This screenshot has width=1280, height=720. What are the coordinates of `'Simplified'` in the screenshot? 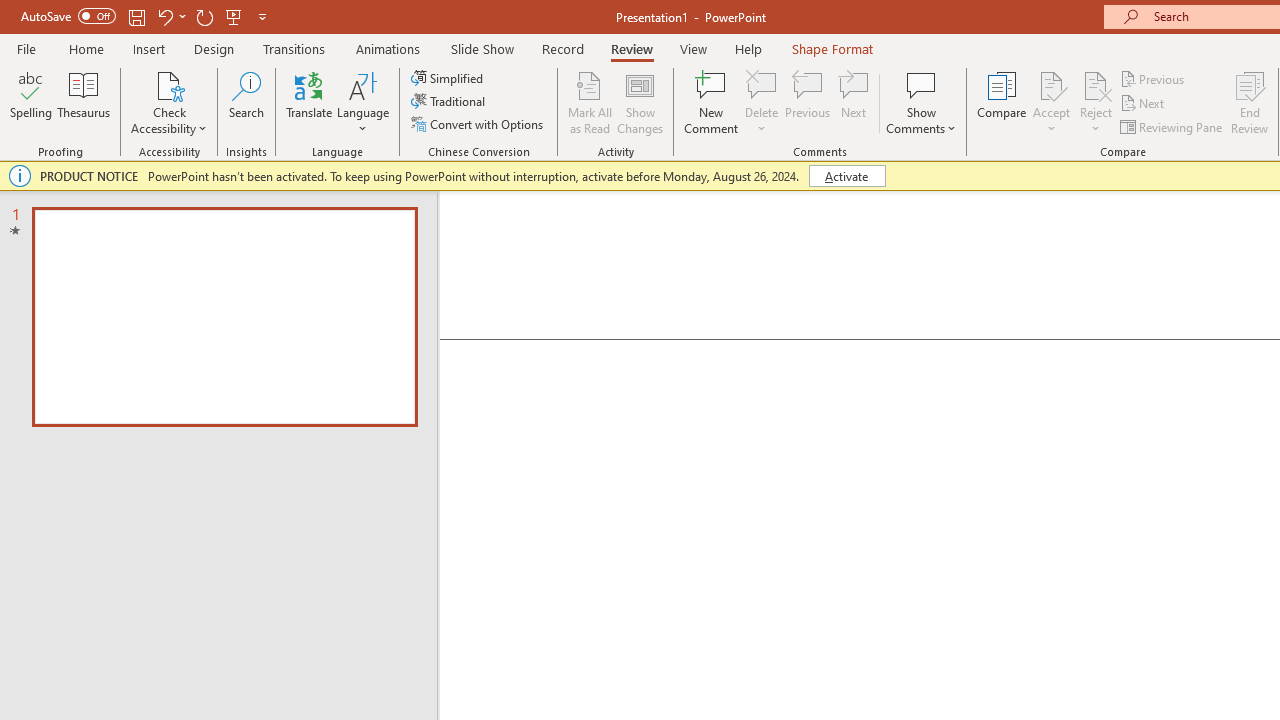 It's located at (448, 77).